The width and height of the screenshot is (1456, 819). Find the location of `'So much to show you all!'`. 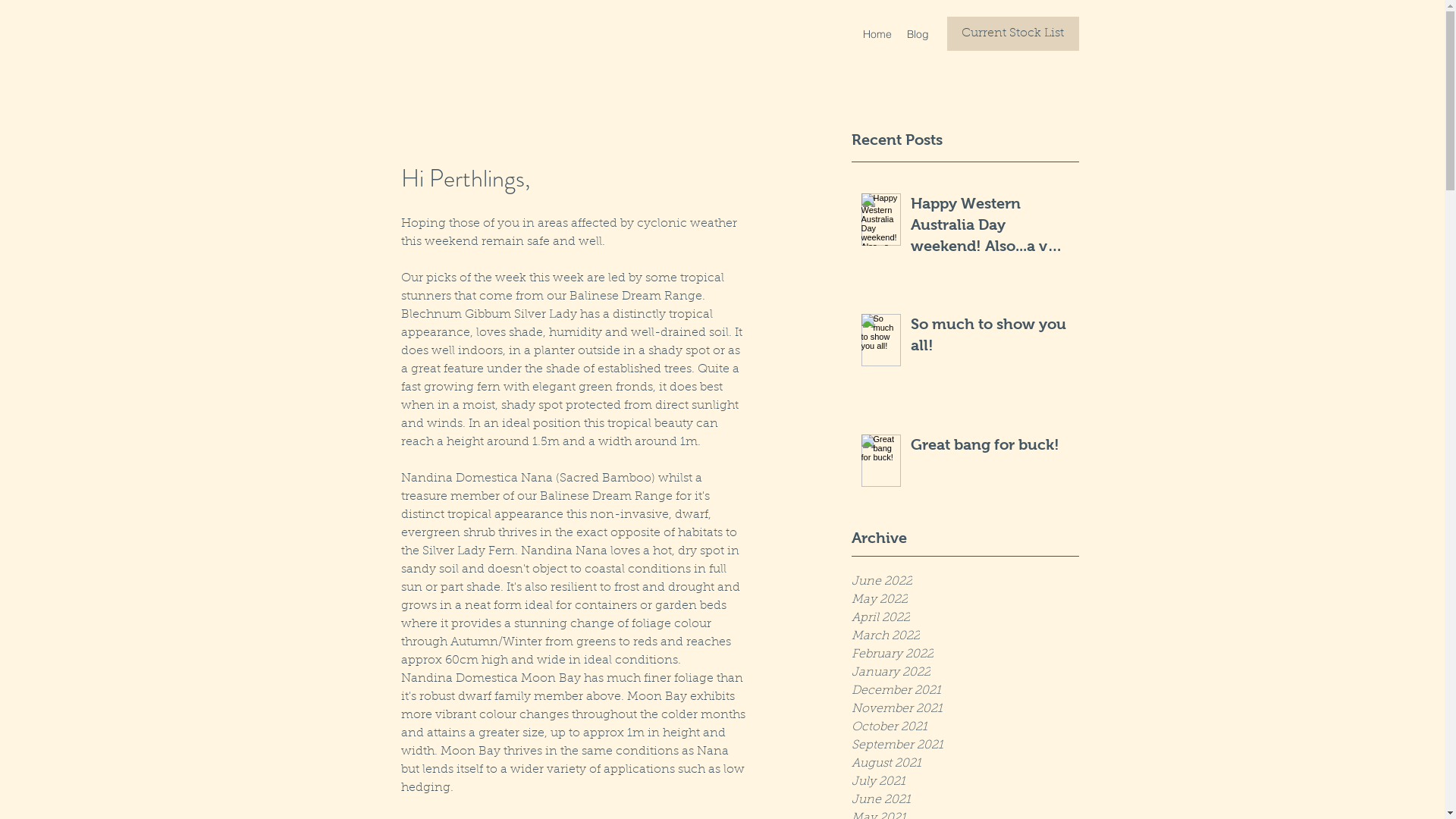

'So much to show you all!' is located at coordinates (990, 336).